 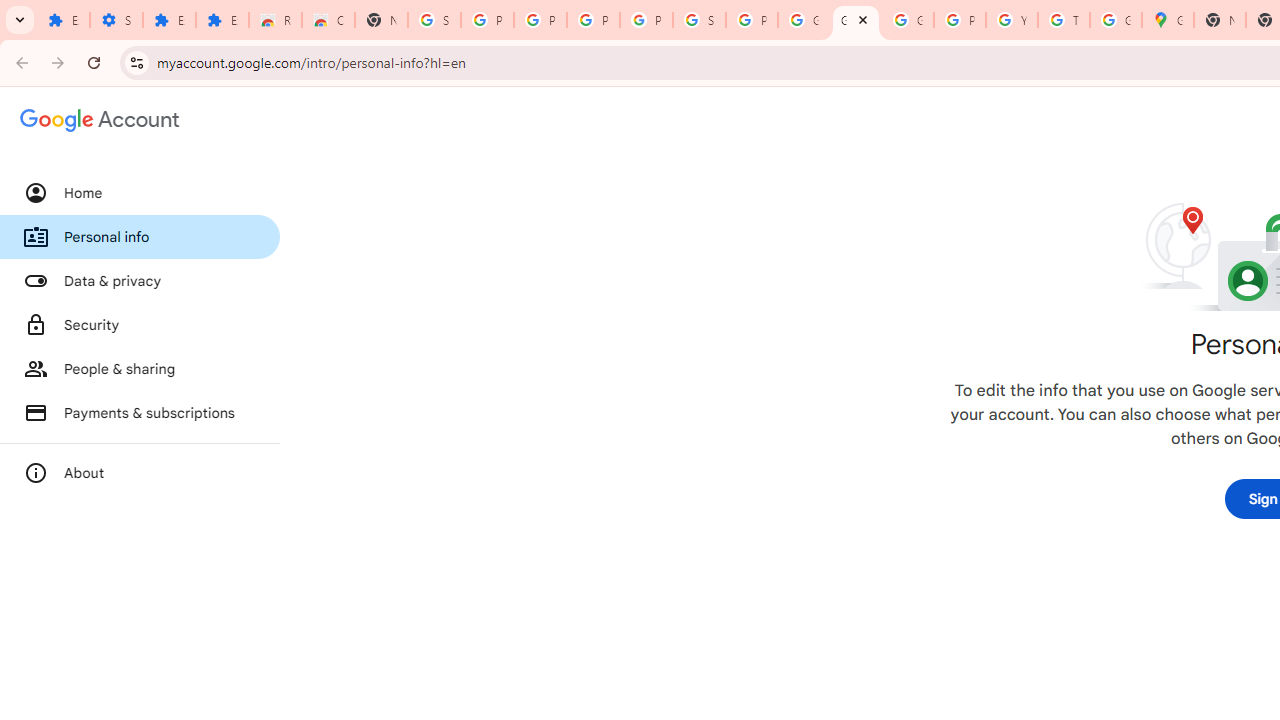 What do you see at coordinates (139, 236) in the screenshot?
I see `'Personal info'` at bounding box center [139, 236].